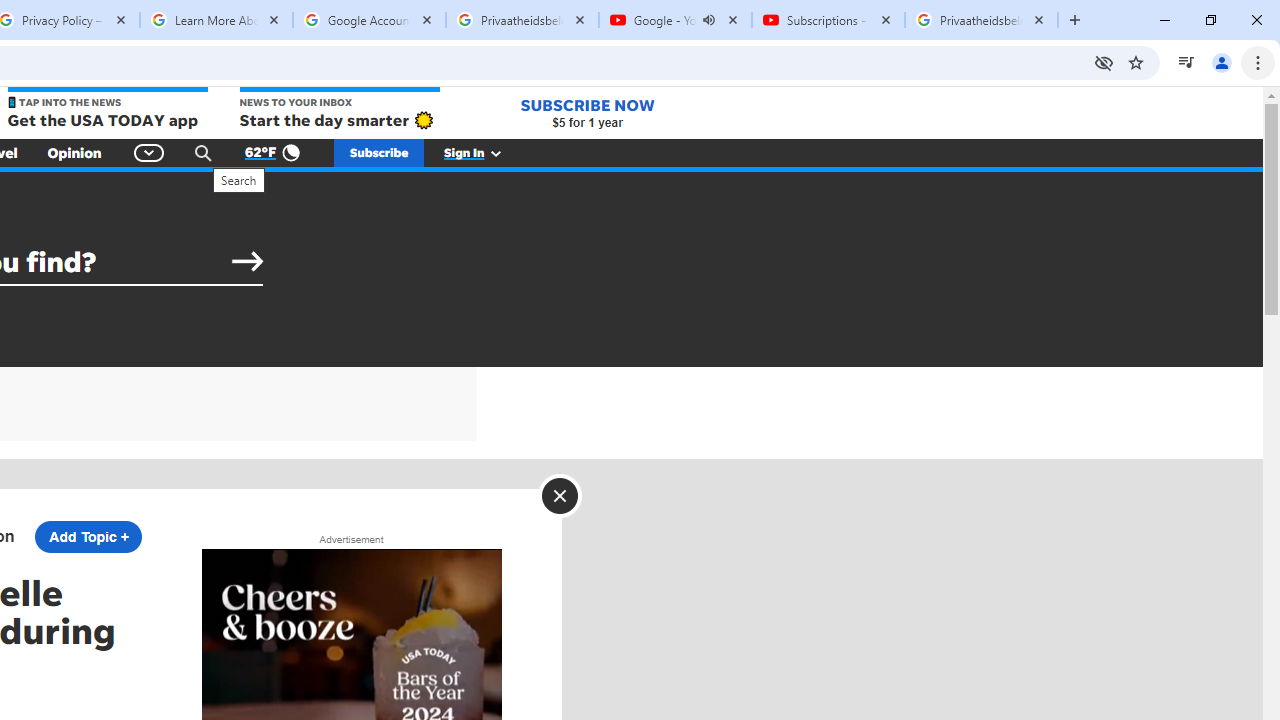  Describe the element at coordinates (148, 152) in the screenshot. I see `'Global Navigation'` at that location.